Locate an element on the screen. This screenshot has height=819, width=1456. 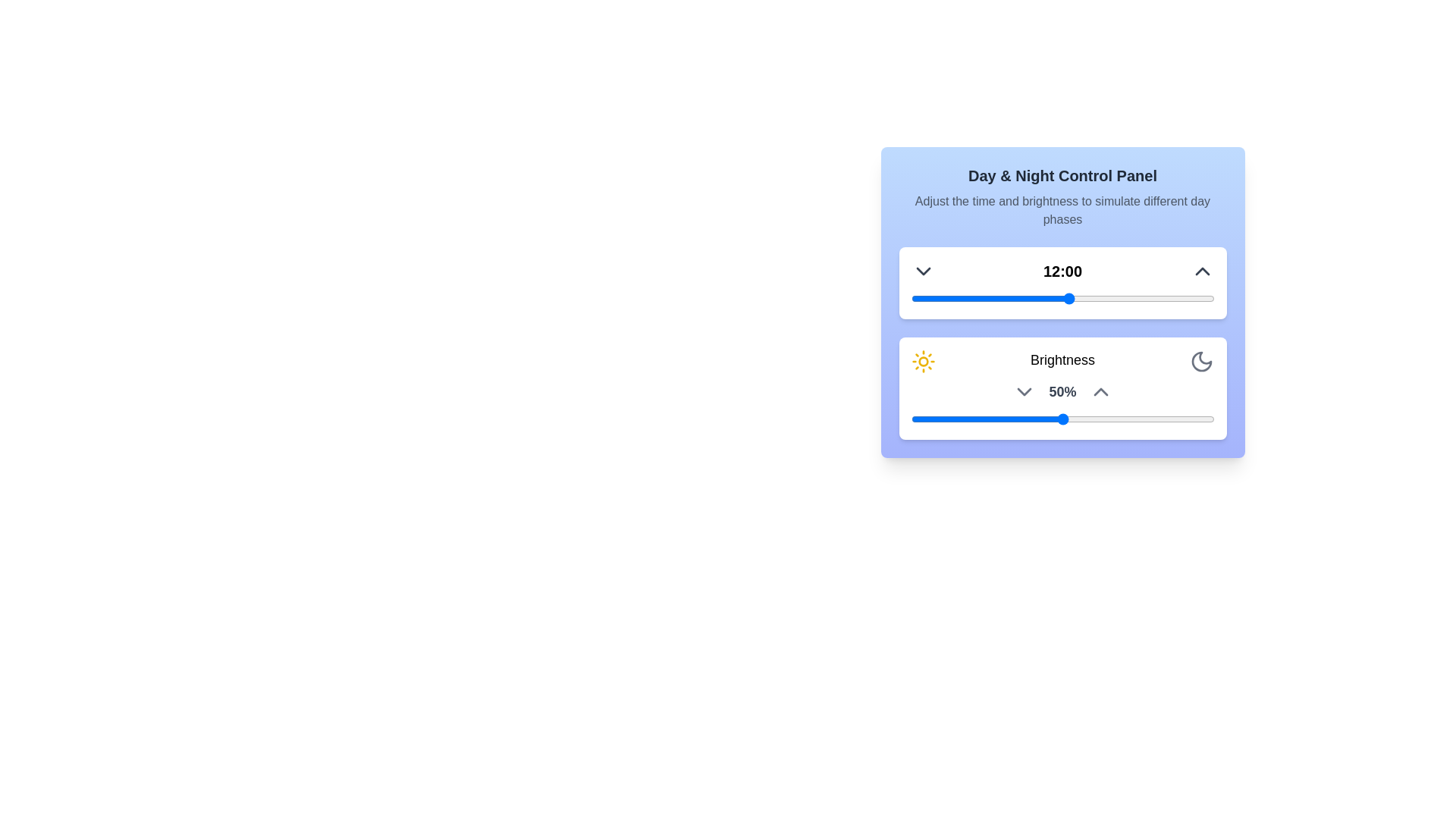
the time is located at coordinates (1148, 298).